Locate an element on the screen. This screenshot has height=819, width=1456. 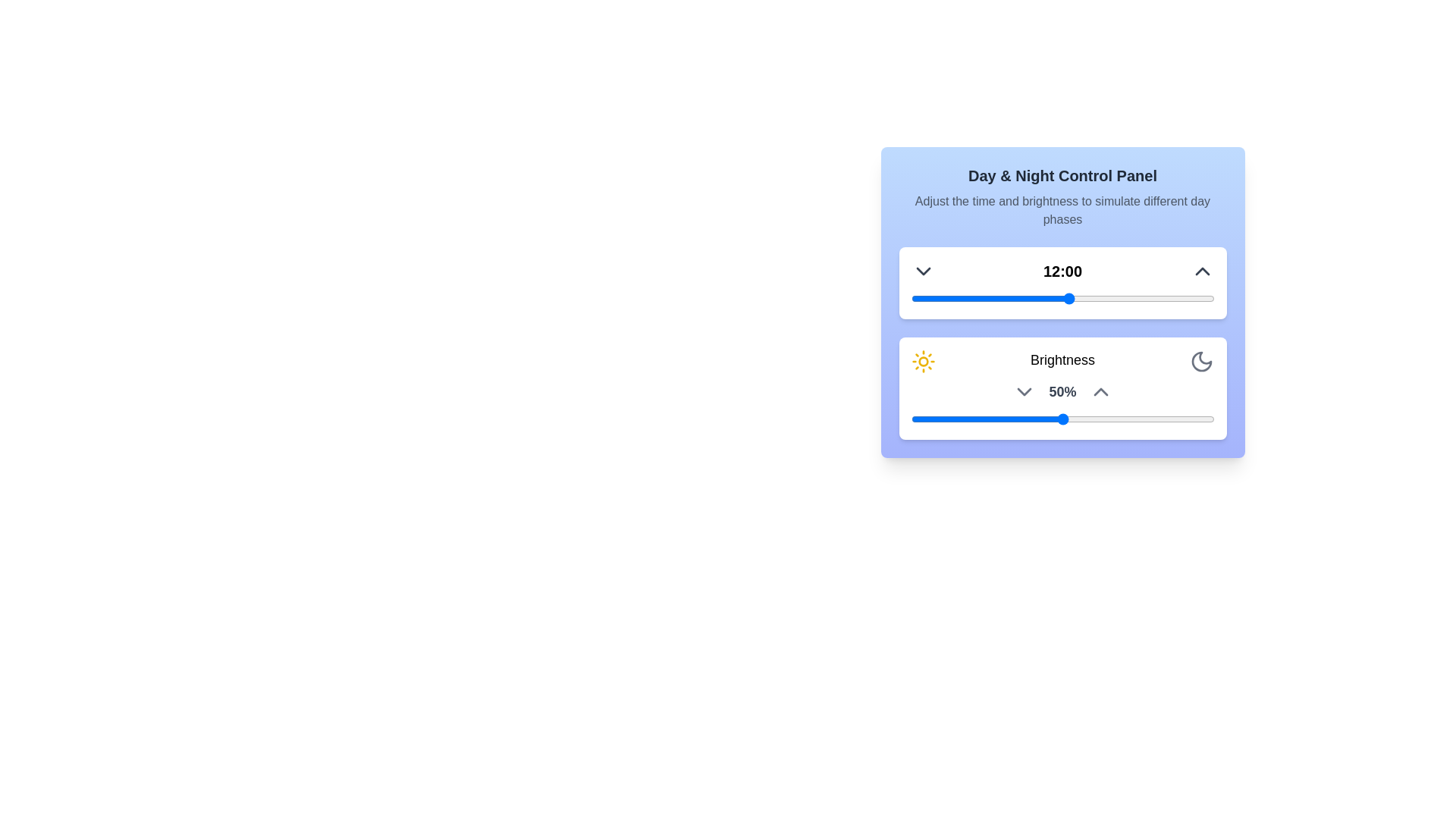
the time is located at coordinates (1148, 298).